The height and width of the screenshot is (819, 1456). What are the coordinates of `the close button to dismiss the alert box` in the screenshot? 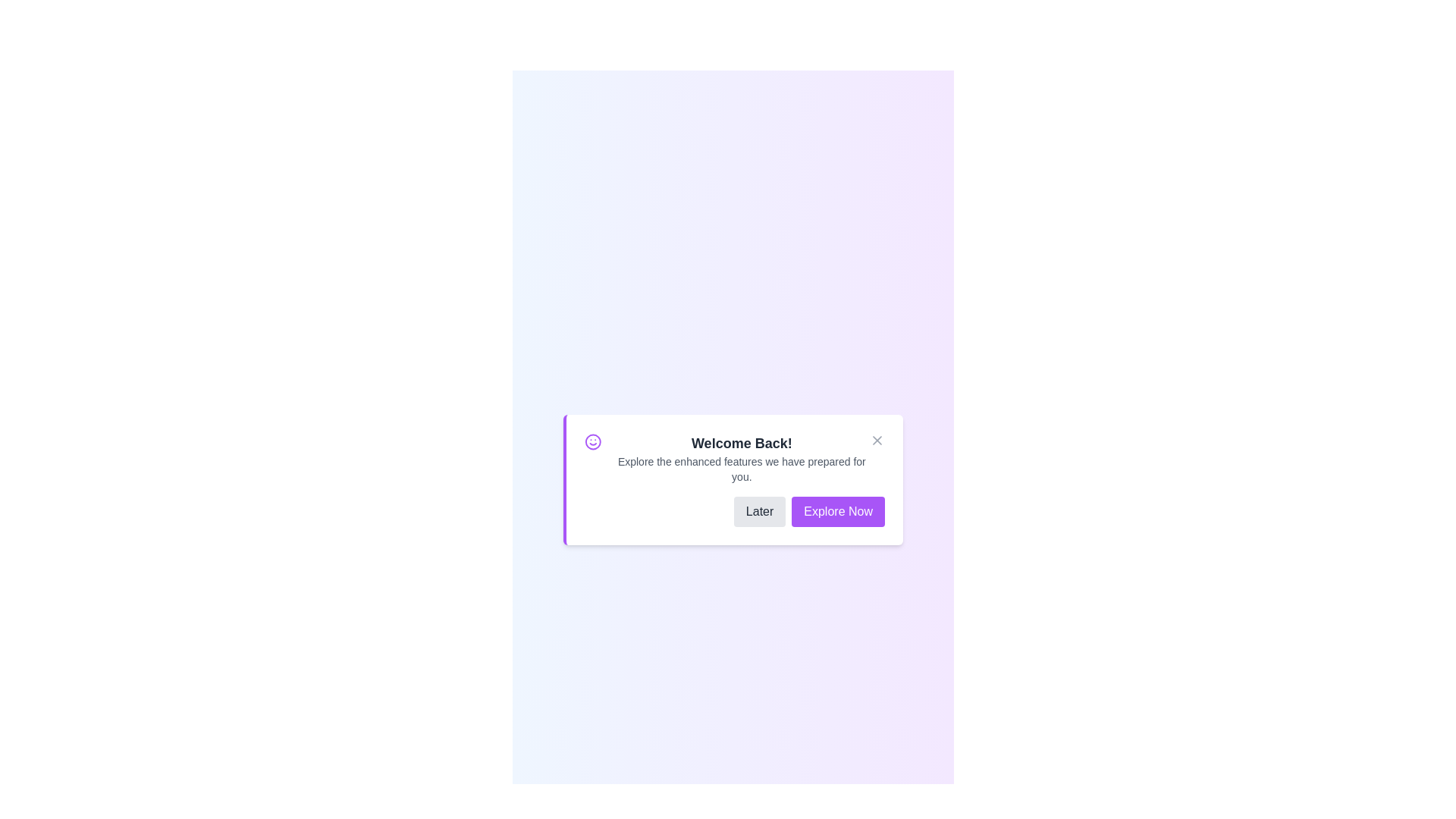 It's located at (877, 441).